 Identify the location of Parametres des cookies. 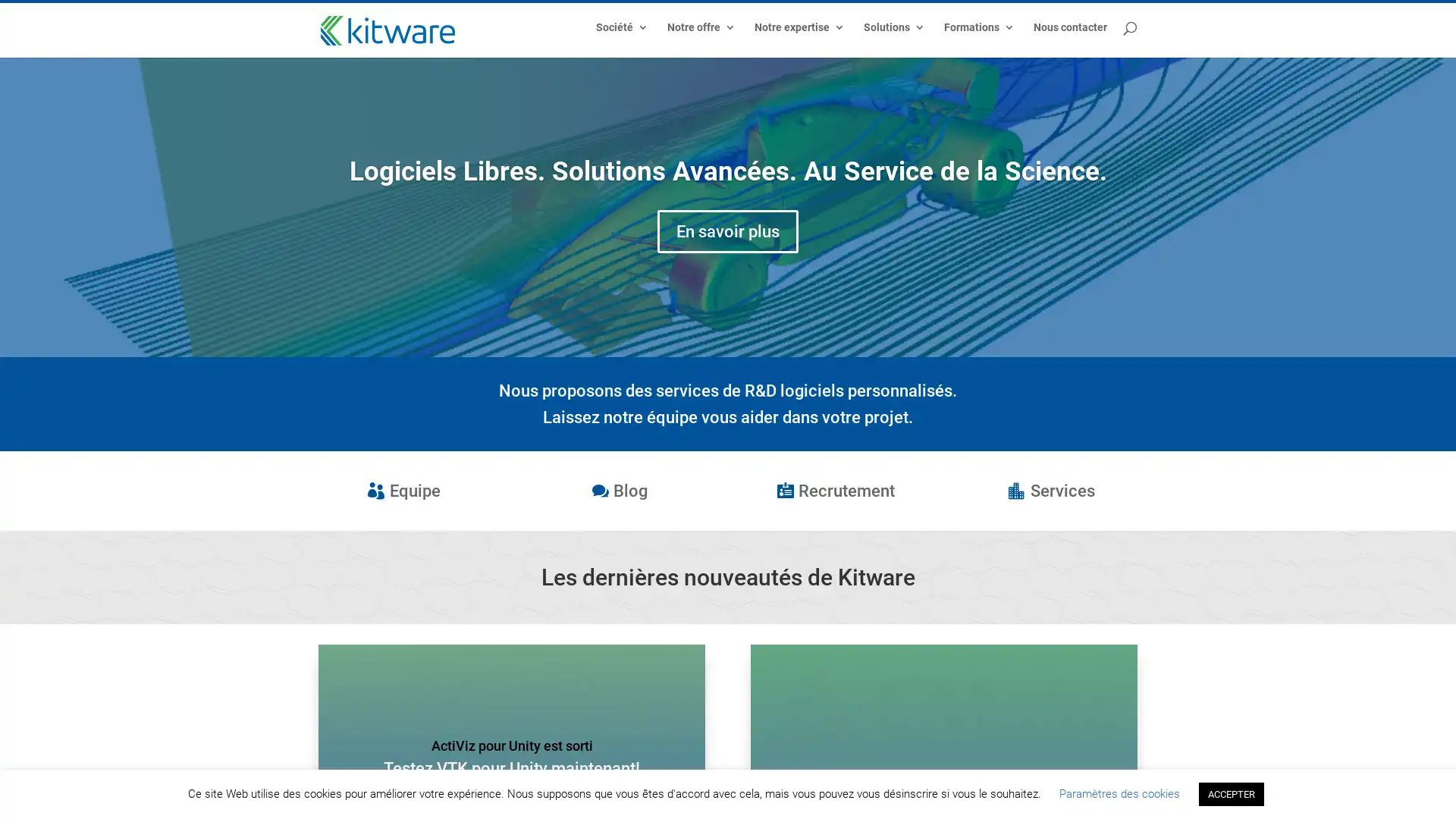
(1119, 792).